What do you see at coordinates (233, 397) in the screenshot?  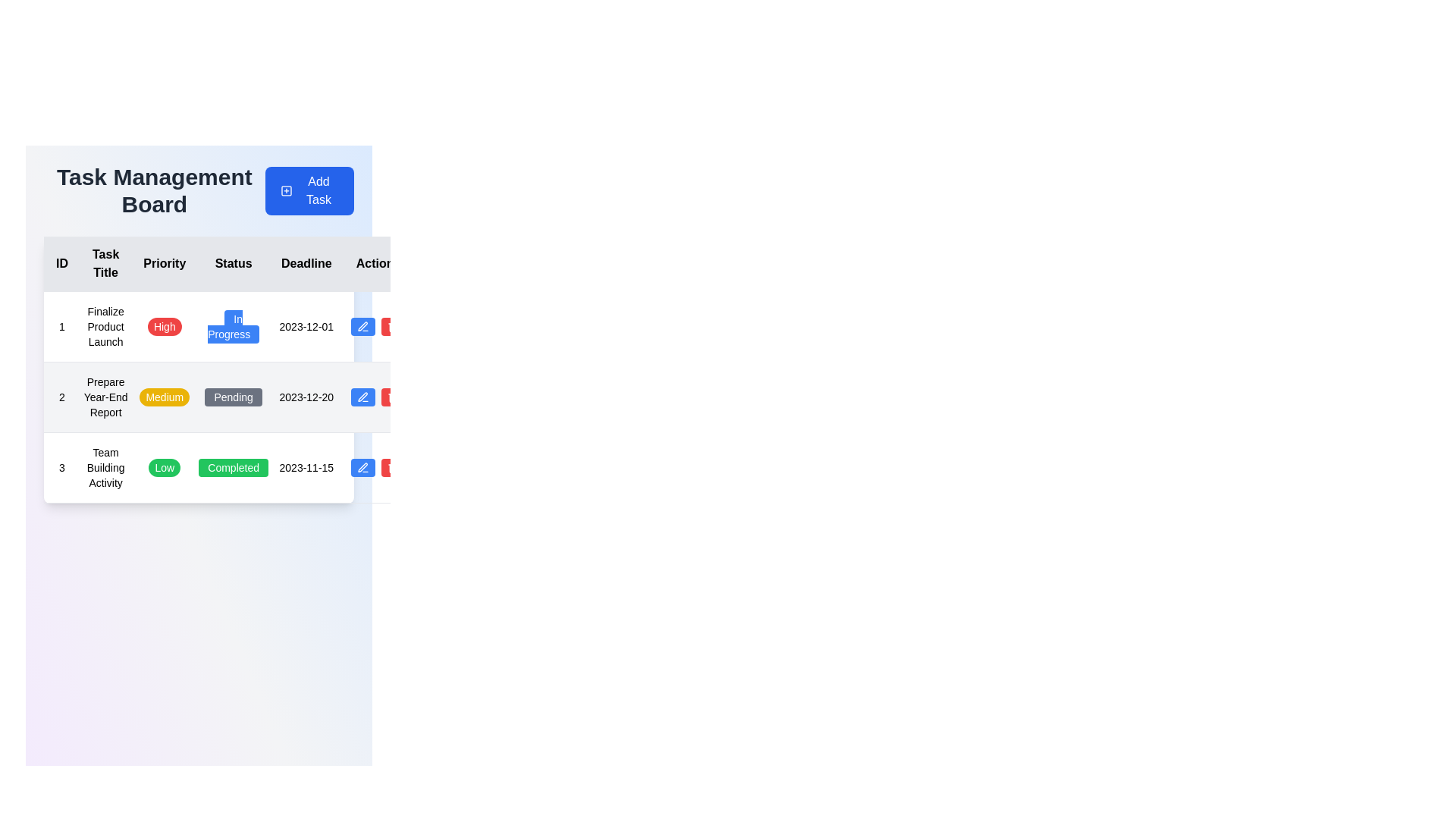 I see `the 'Pending' status label, which is a rounded rectangle with white text on a gray background, located in the second row under the 'Status' column of the tabulated interface` at bounding box center [233, 397].